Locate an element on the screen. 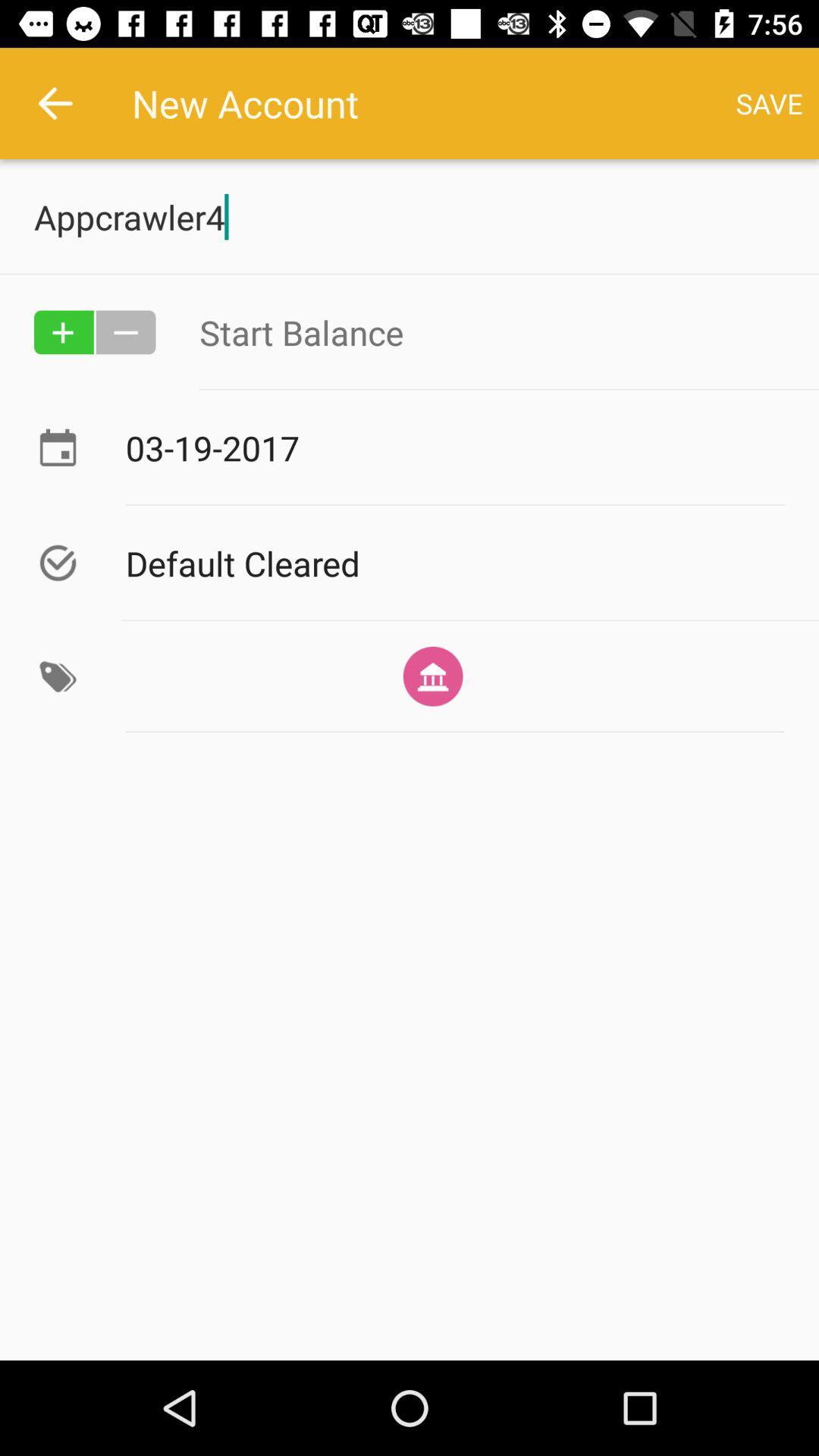  clock on the first icon from the bottom of the page is located at coordinates (57, 676).